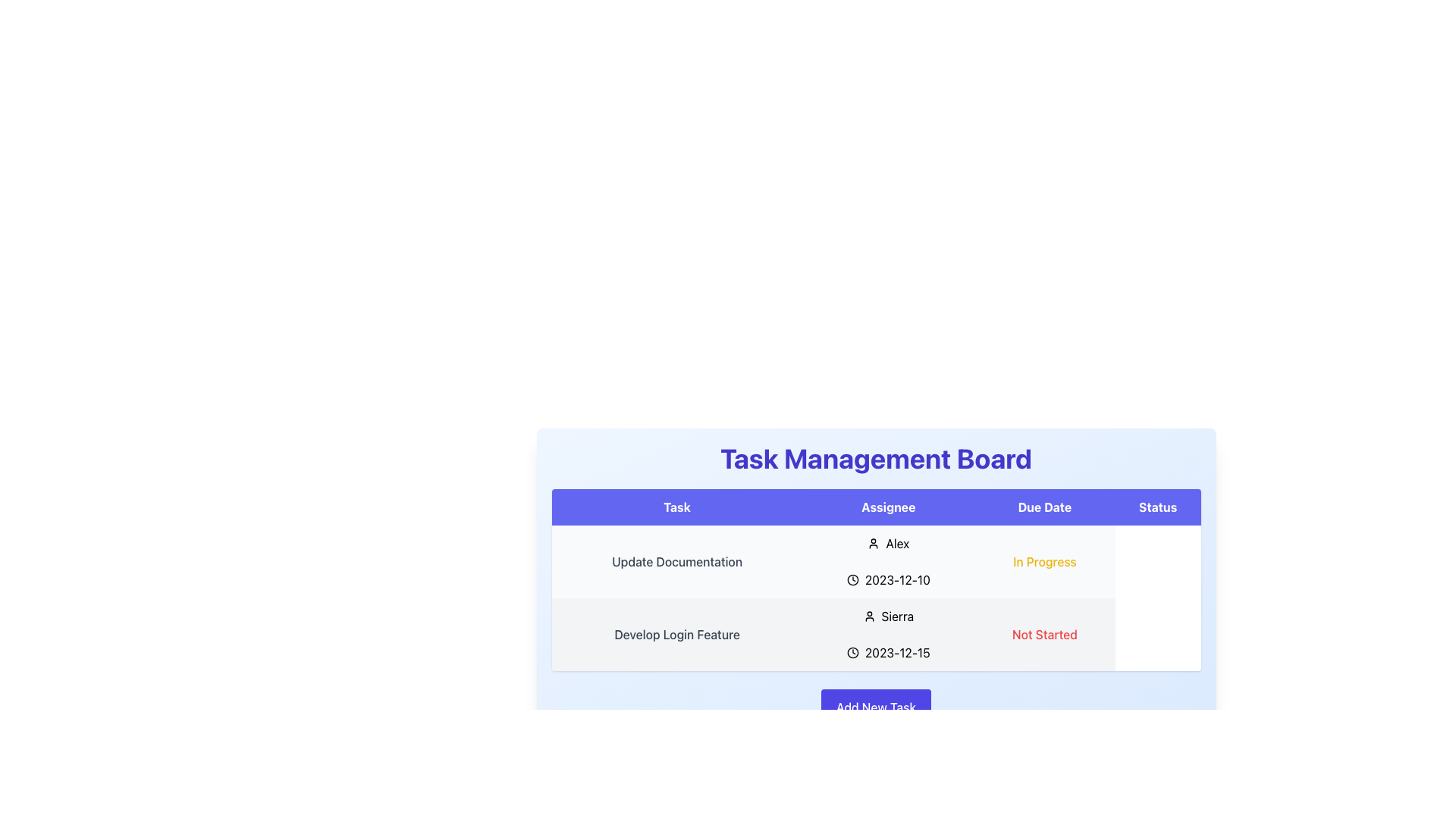  What do you see at coordinates (869, 617) in the screenshot?
I see `the user icon for the task 'Develop Login Feature'` at bounding box center [869, 617].